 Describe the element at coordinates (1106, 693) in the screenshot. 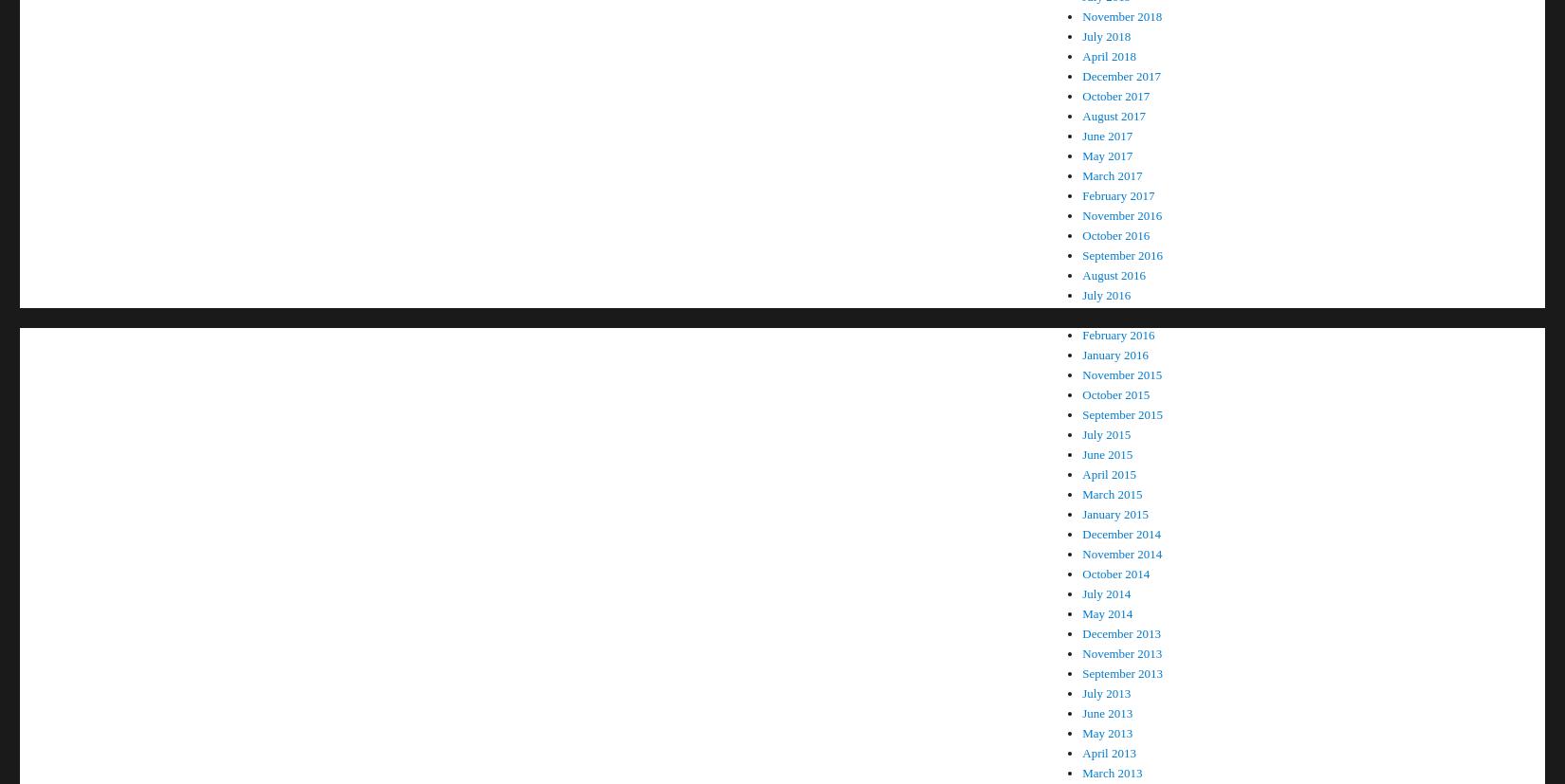

I see `'July 2013'` at that location.